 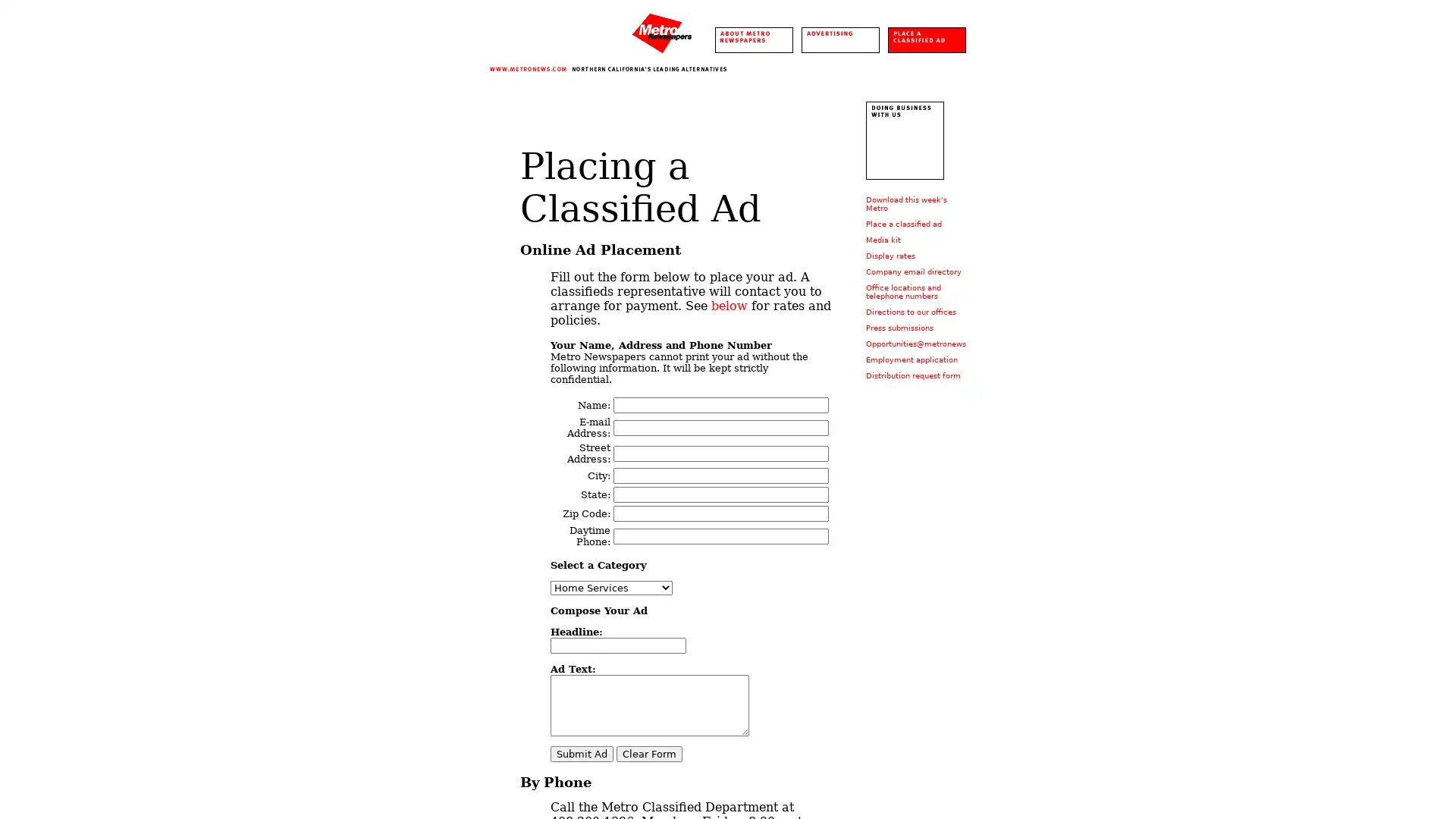 I want to click on Submit Ad, so click(x=581, y=754).